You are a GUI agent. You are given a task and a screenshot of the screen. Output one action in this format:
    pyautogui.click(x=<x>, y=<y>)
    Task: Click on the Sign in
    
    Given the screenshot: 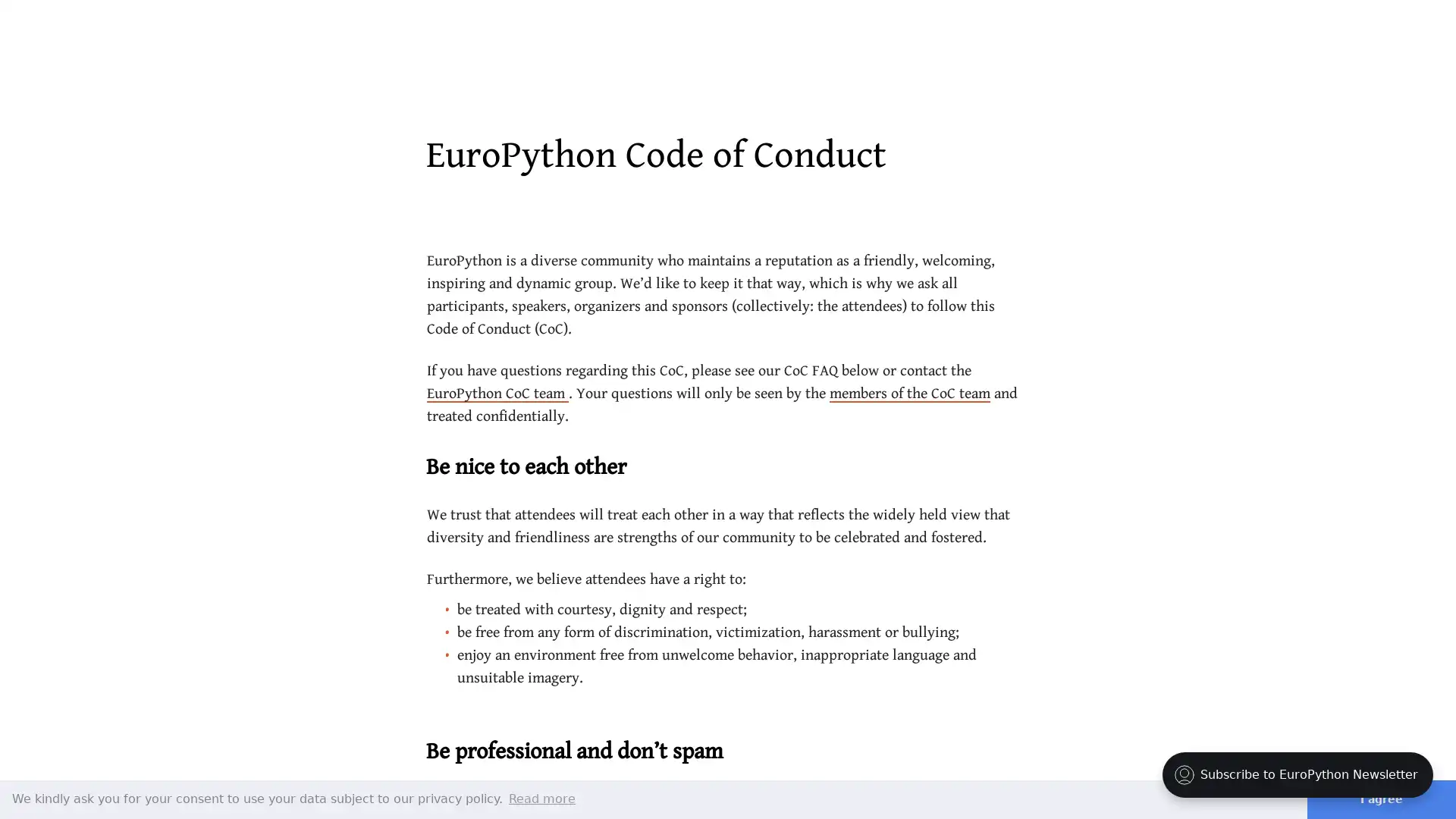 What is the action you would take?
    pyautogui.click(x=1335, y=30)
    